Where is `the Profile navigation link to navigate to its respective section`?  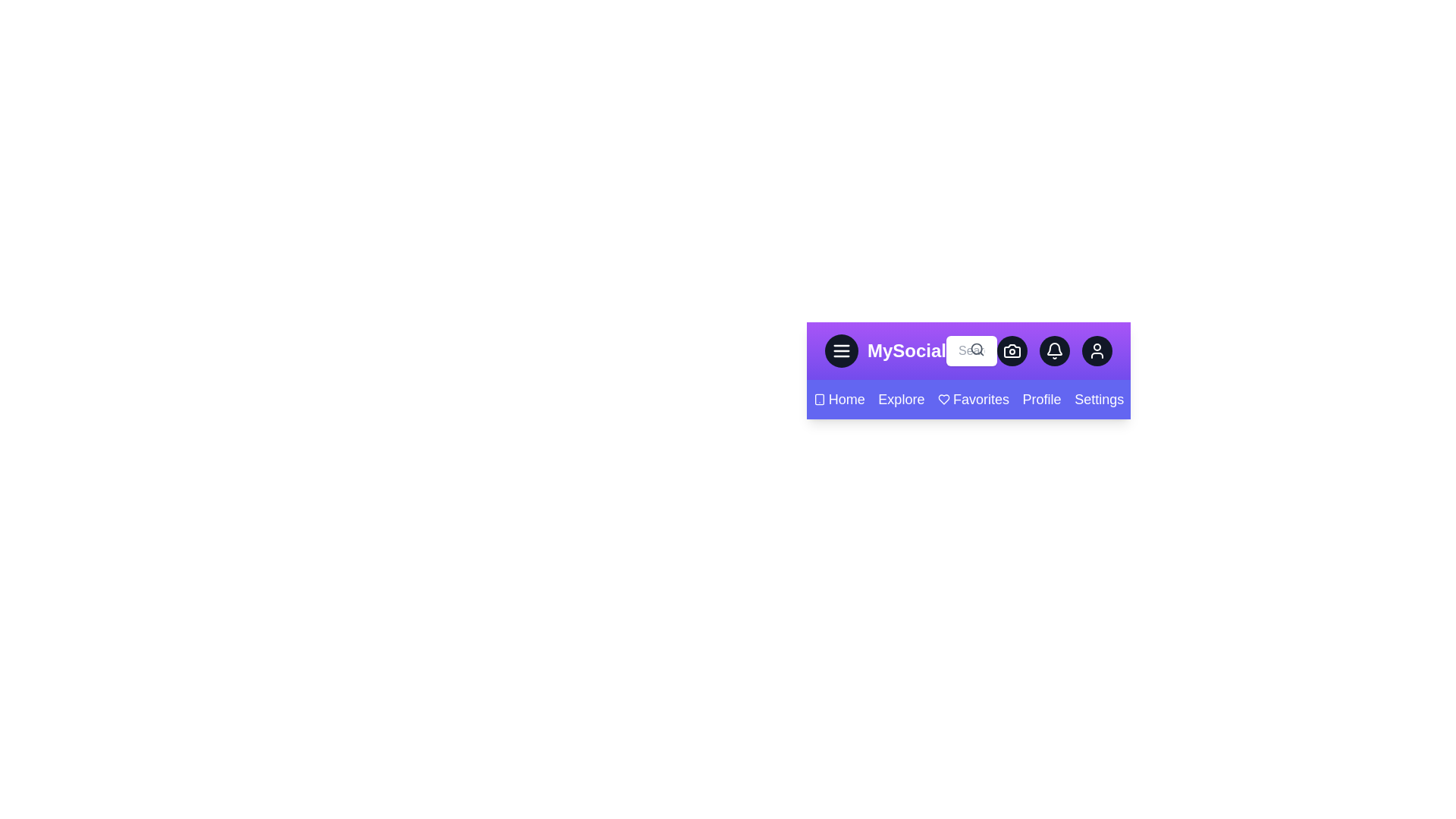
the Profile navigation link to navigate to its respective section is located at coordinates (1041, 399).